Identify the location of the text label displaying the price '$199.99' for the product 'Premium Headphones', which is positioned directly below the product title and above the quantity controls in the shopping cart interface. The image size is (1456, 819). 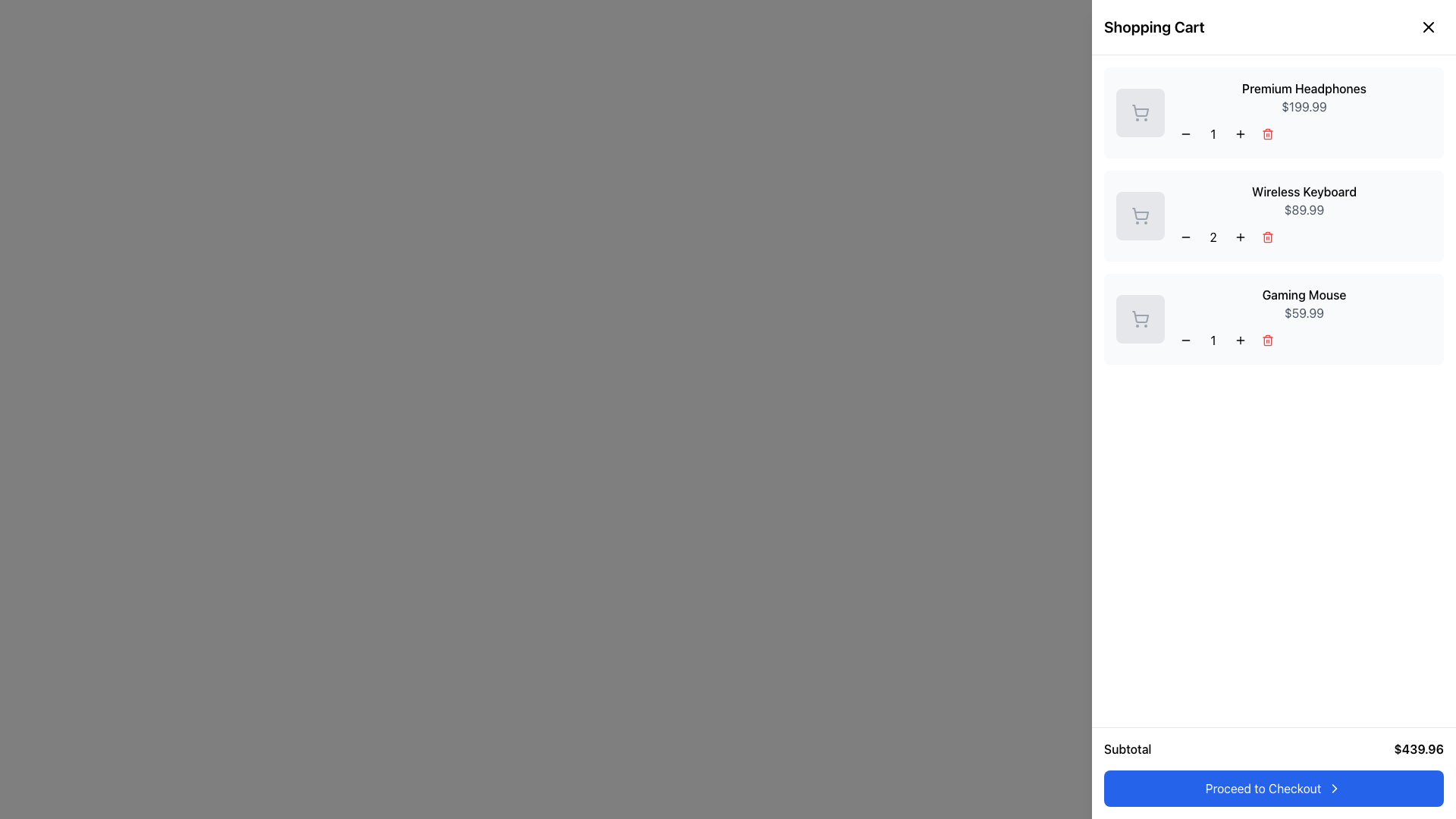
(1303, 106).